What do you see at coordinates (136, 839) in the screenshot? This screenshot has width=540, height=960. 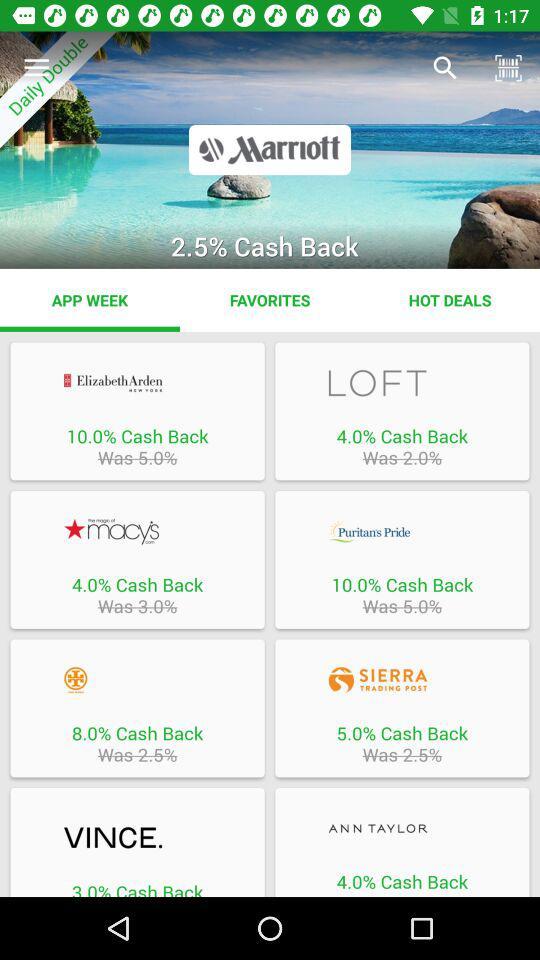 I see `the website vince` at bounding box center [136, 839].